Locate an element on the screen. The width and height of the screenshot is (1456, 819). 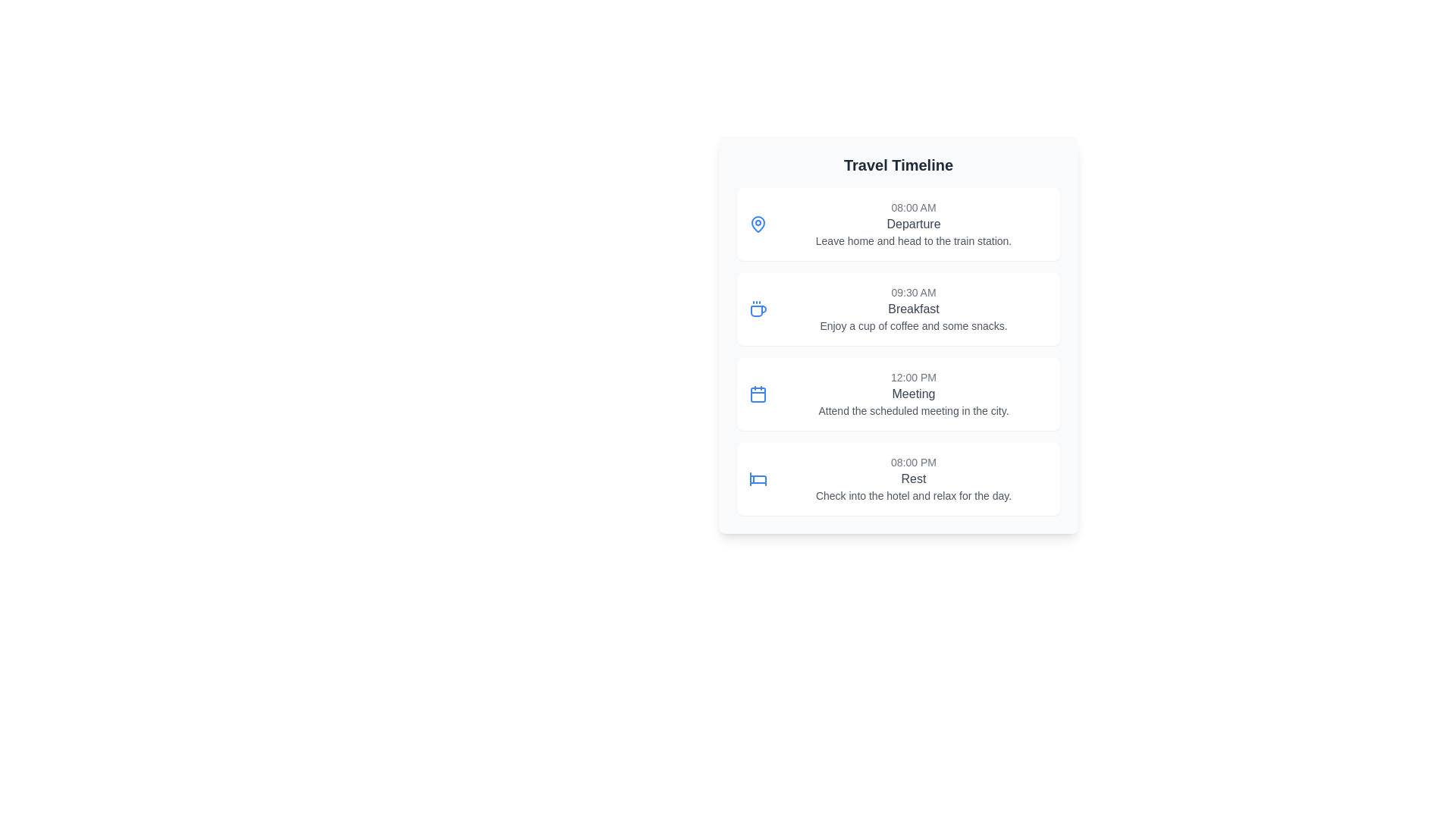
the static text element reading 'Enjoy a cup of coffee and some snacks.' which is styled in a smaller, gray font and positioned below the 'Breakfast' heading is located at coordinates (912, 325).